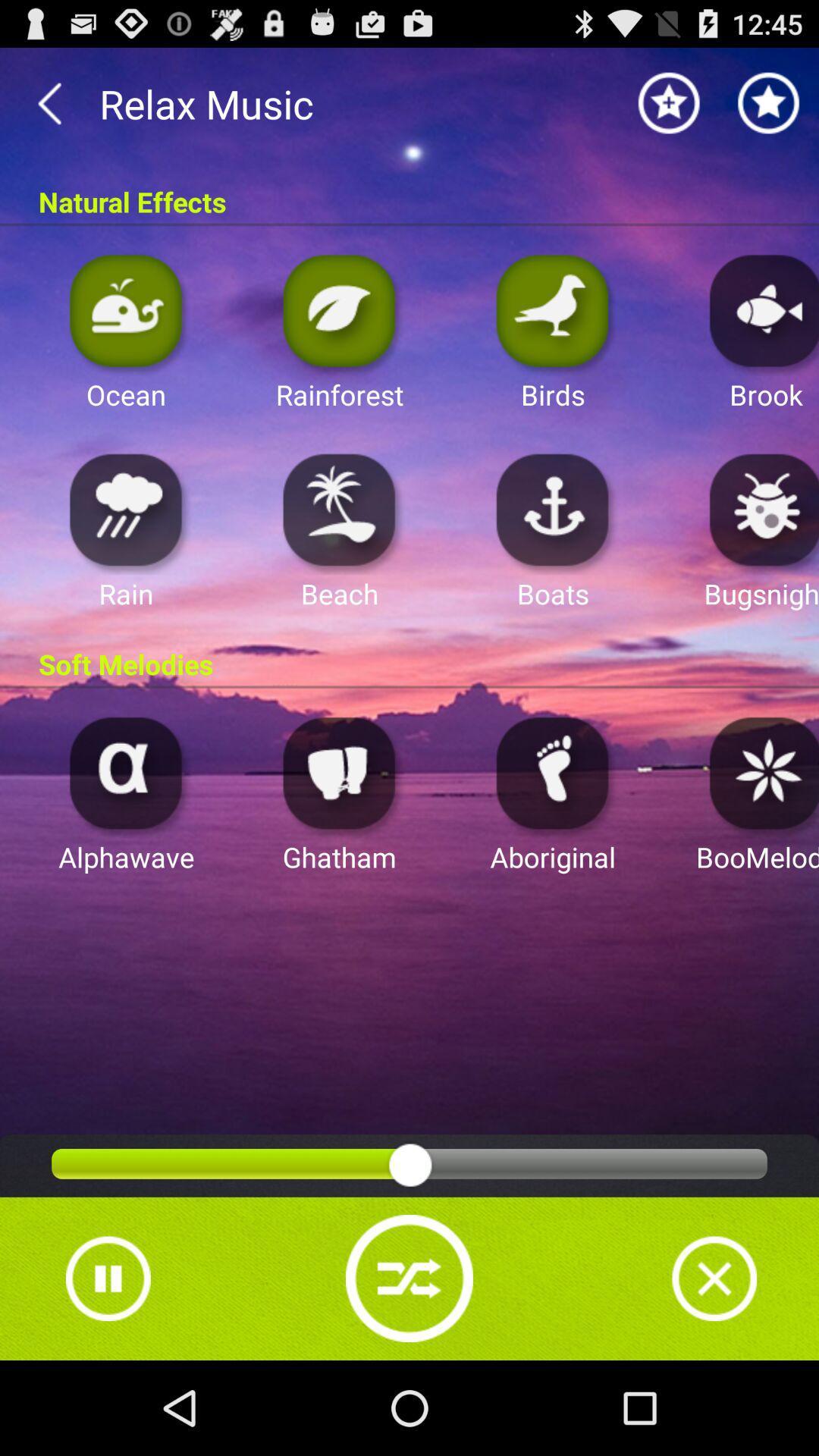 The width and height of the screenshot is (819, 1456). What do you see at coordinates (125, 826) in the screenshot?
I see `the photo icon` at bounding box center [125, 826].